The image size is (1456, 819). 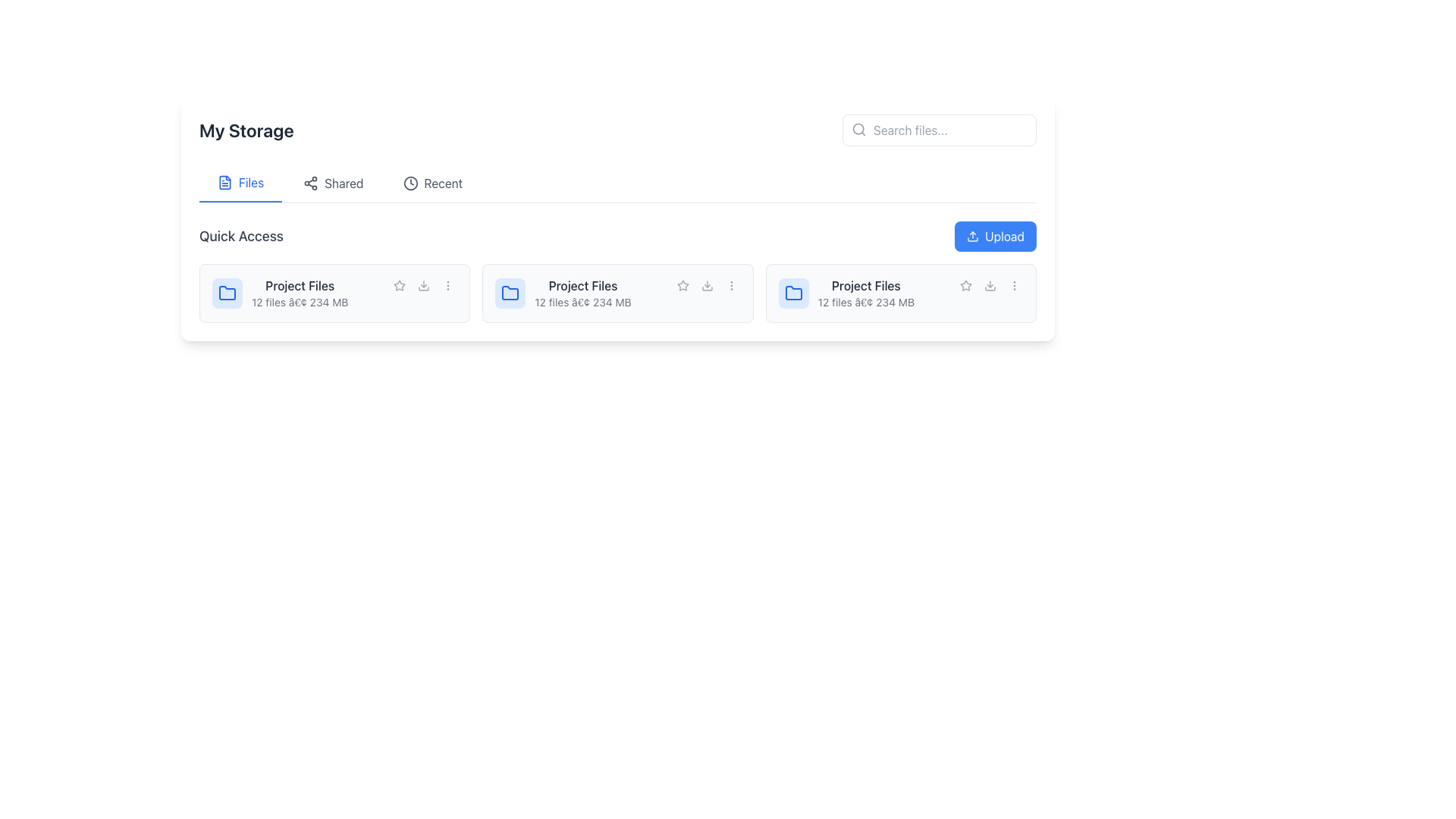 What do you see at coordinates (866, 293) in the screenshot?
I see `the Static text element displaying the title 'Project Files' and subtitle '12 files • 234 MB', which is the third entry in a grid layout` at bounding box center [866, 293].